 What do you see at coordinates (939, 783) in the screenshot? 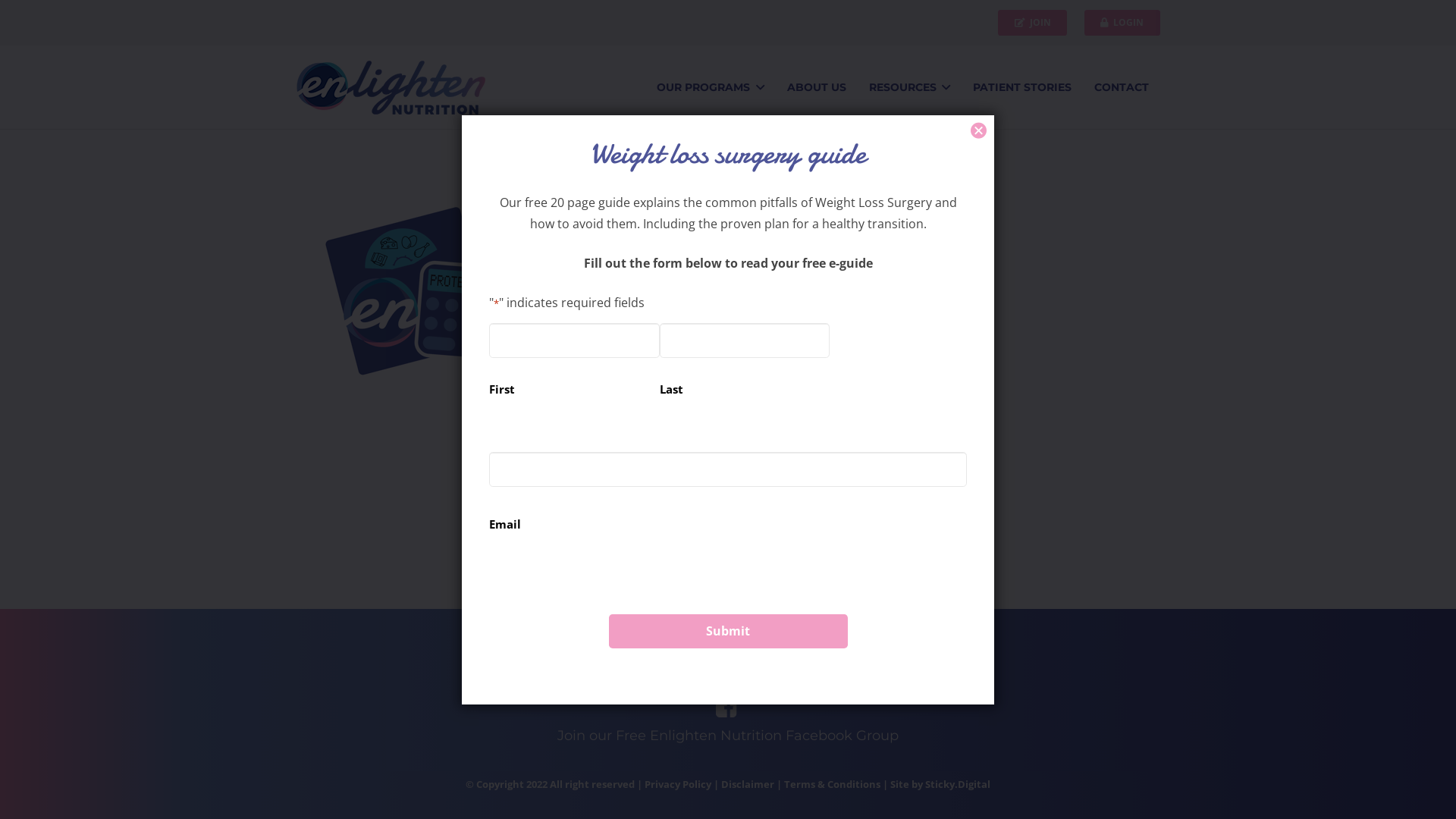
I see `'Site by Sticky.Digital'` at bounding box center [939, 783].